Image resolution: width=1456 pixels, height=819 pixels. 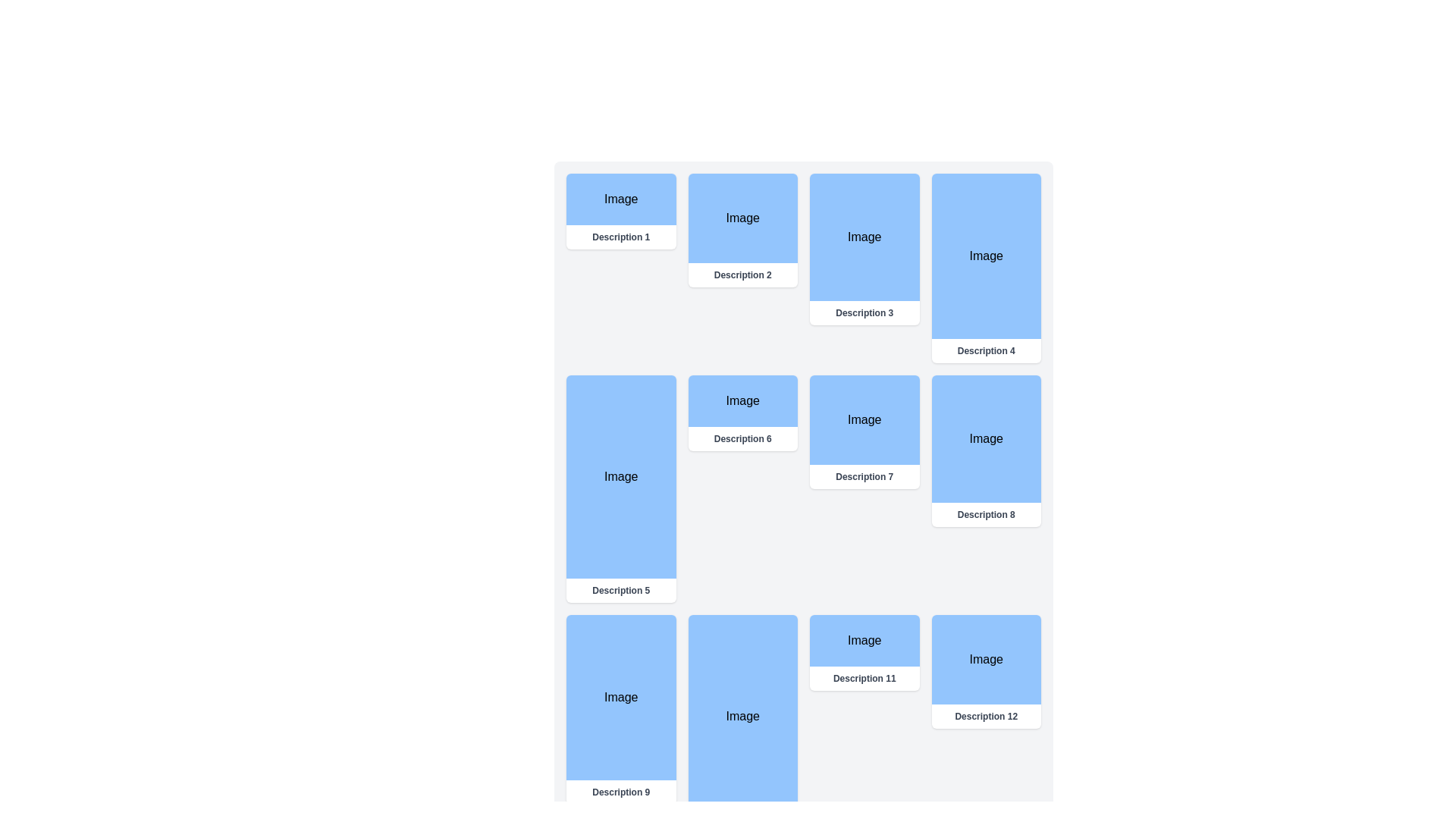 What do you see at coordinates (864, 432) in the screenshot?
I see `the content of the Content block located in the third row and second column of a four-column grid layout, which features a light blue upper section labeled 'Image' and a white lower section with the text 'Description 7'` at bounding box center [864, 432].